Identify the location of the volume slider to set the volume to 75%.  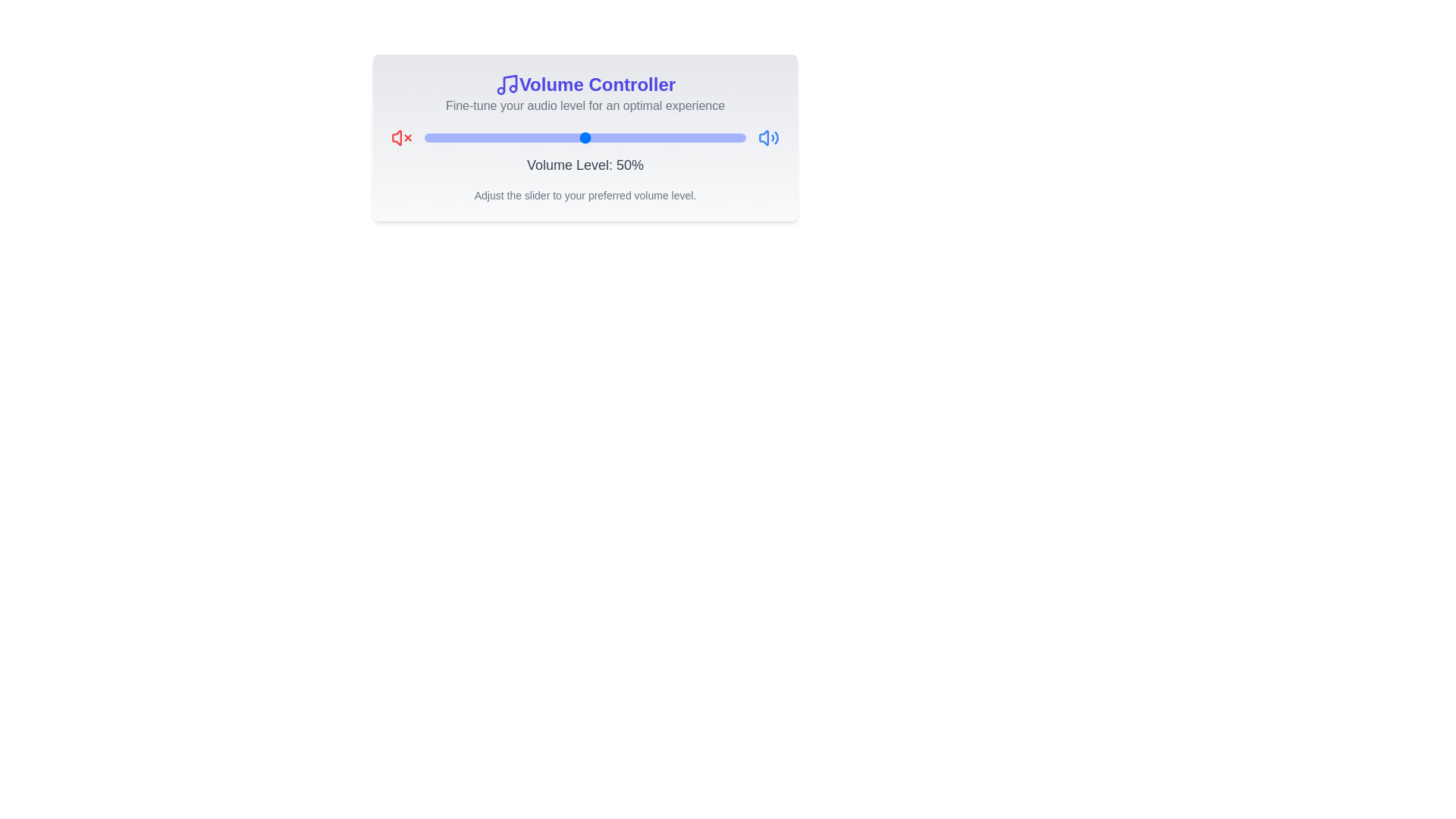
(666, 137).